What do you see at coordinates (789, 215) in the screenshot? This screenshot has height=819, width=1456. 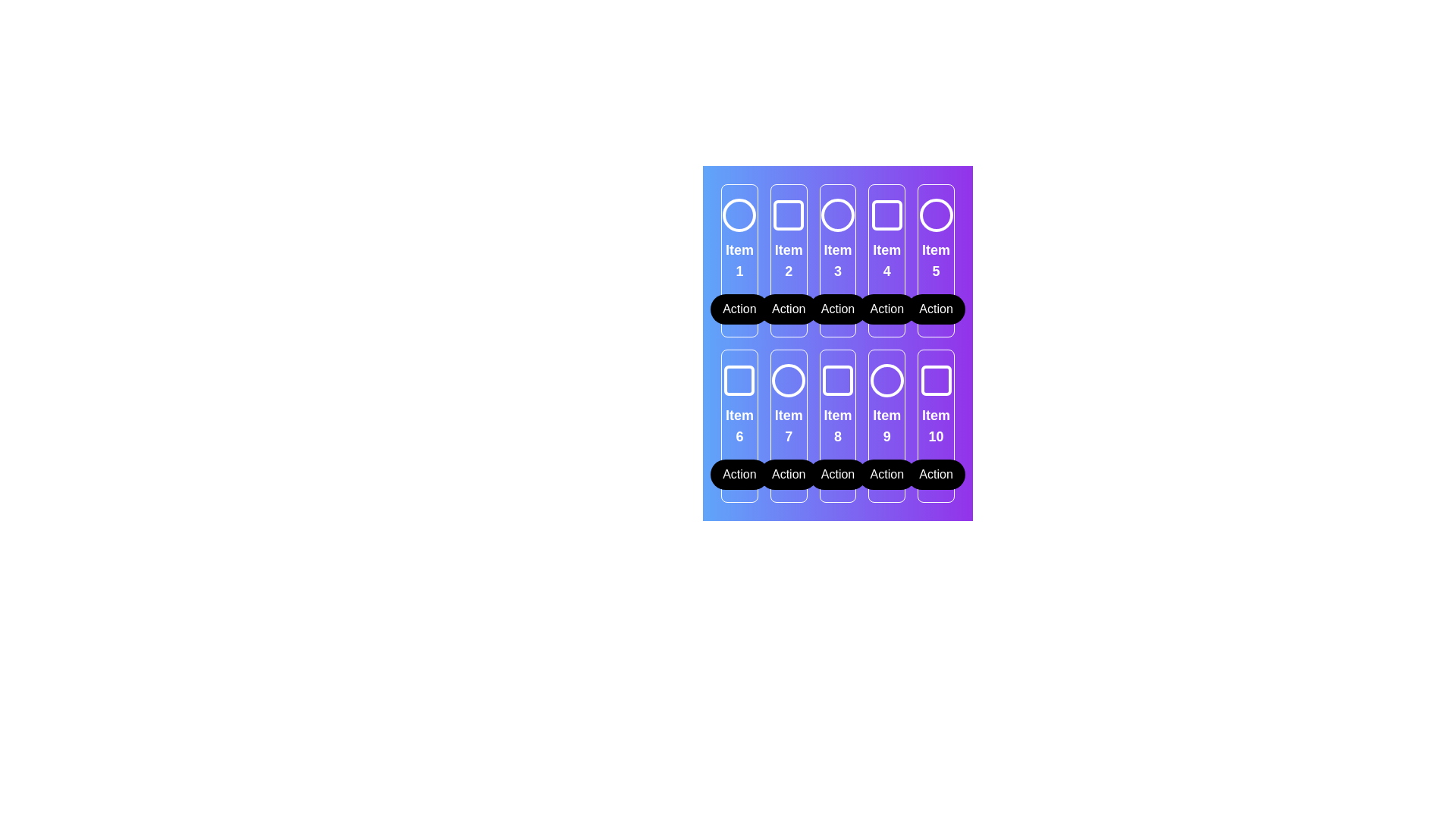 I see `SVG-based icon located as the second element in a horizontal sequence of five similar SVG containers in the top row of the grid, positioned in the top-right center of the main interface` at bounding box center [789, 215].